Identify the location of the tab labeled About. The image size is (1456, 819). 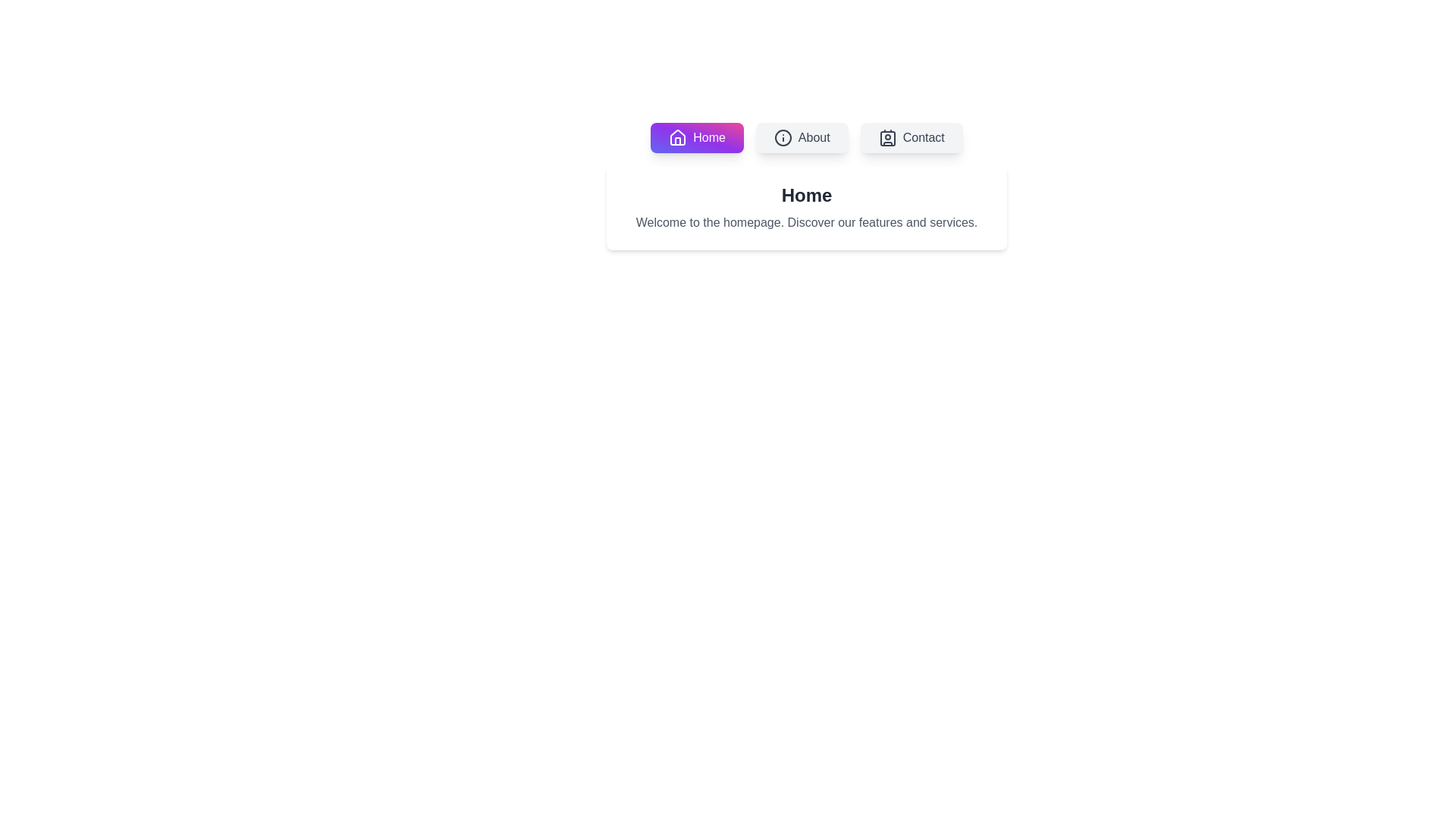
(801, 137).